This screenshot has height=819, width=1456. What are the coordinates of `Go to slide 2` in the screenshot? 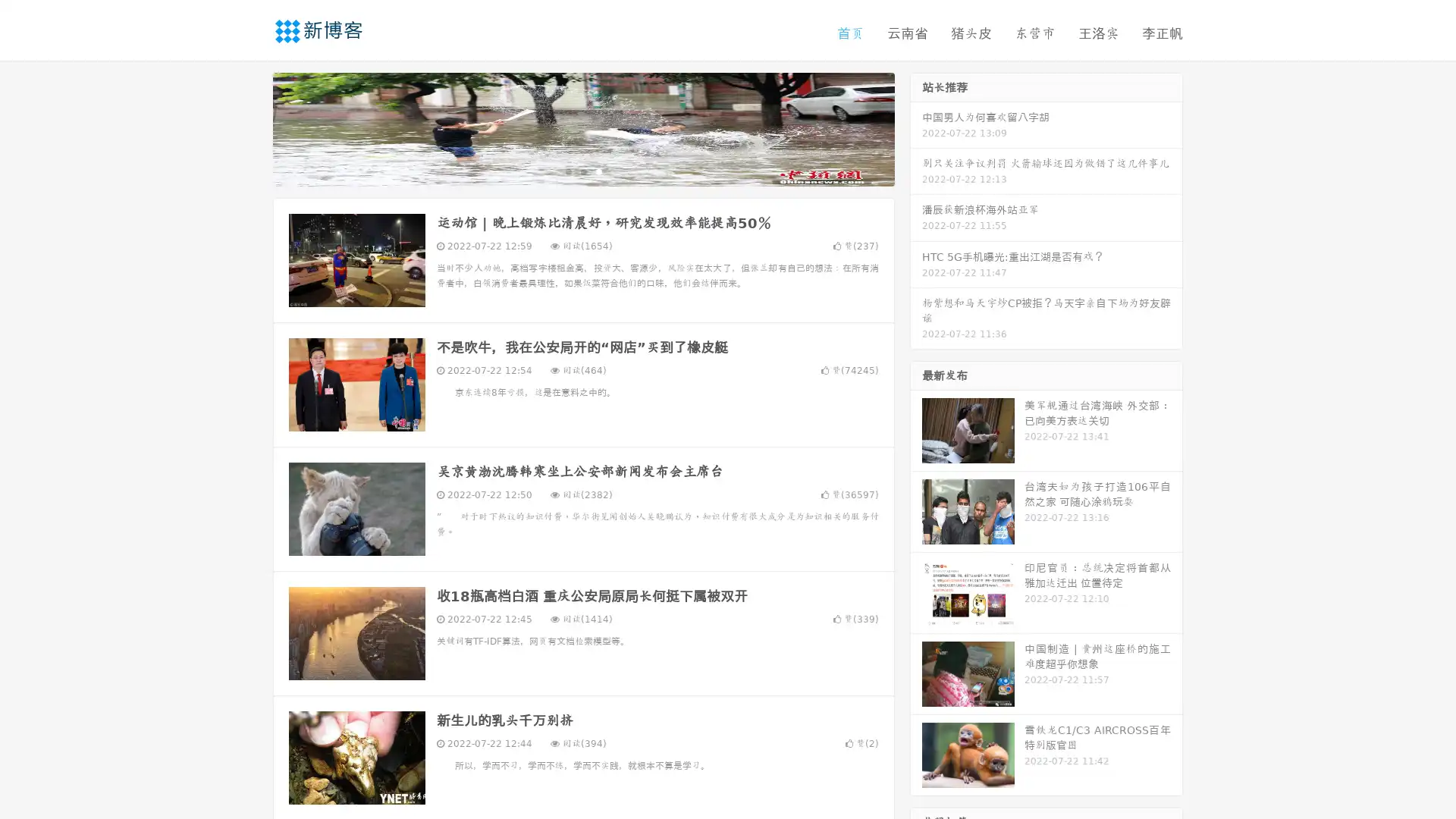 It's located at (582, 171).